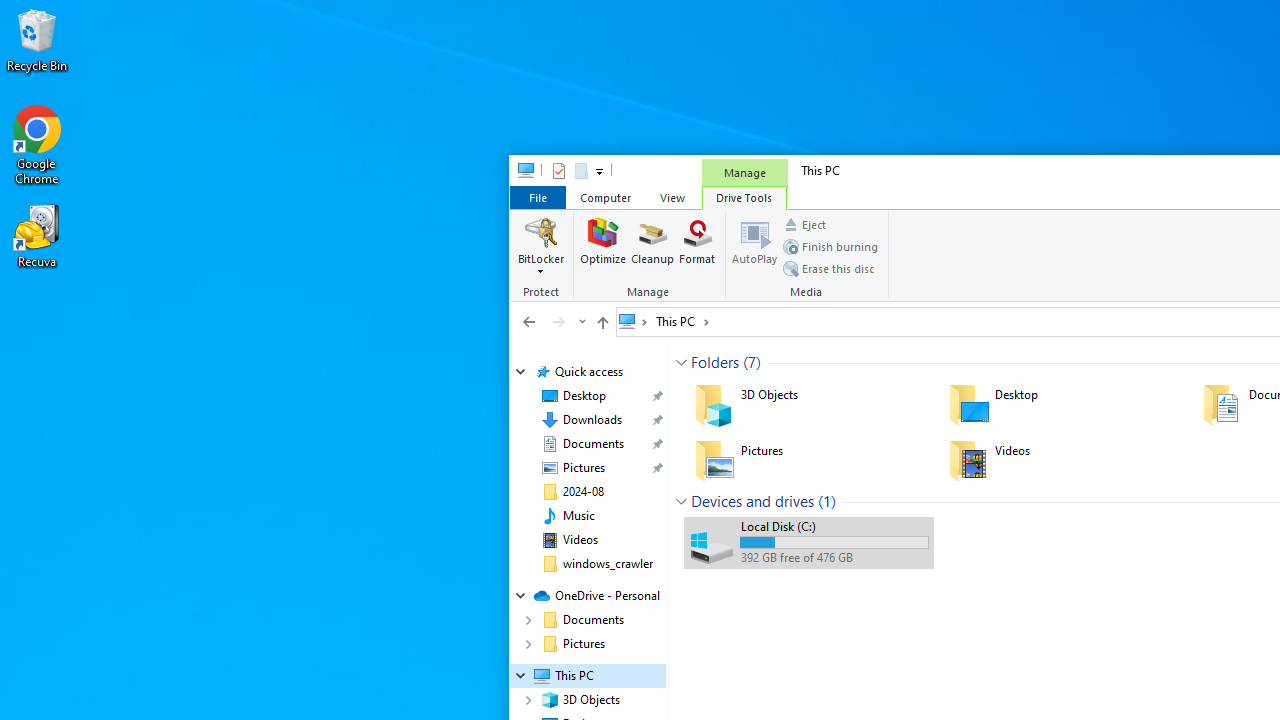  What do you see at coordinates (577, 514) in the screenshot?
I see `'Music'` at bounding box center [577, 514].